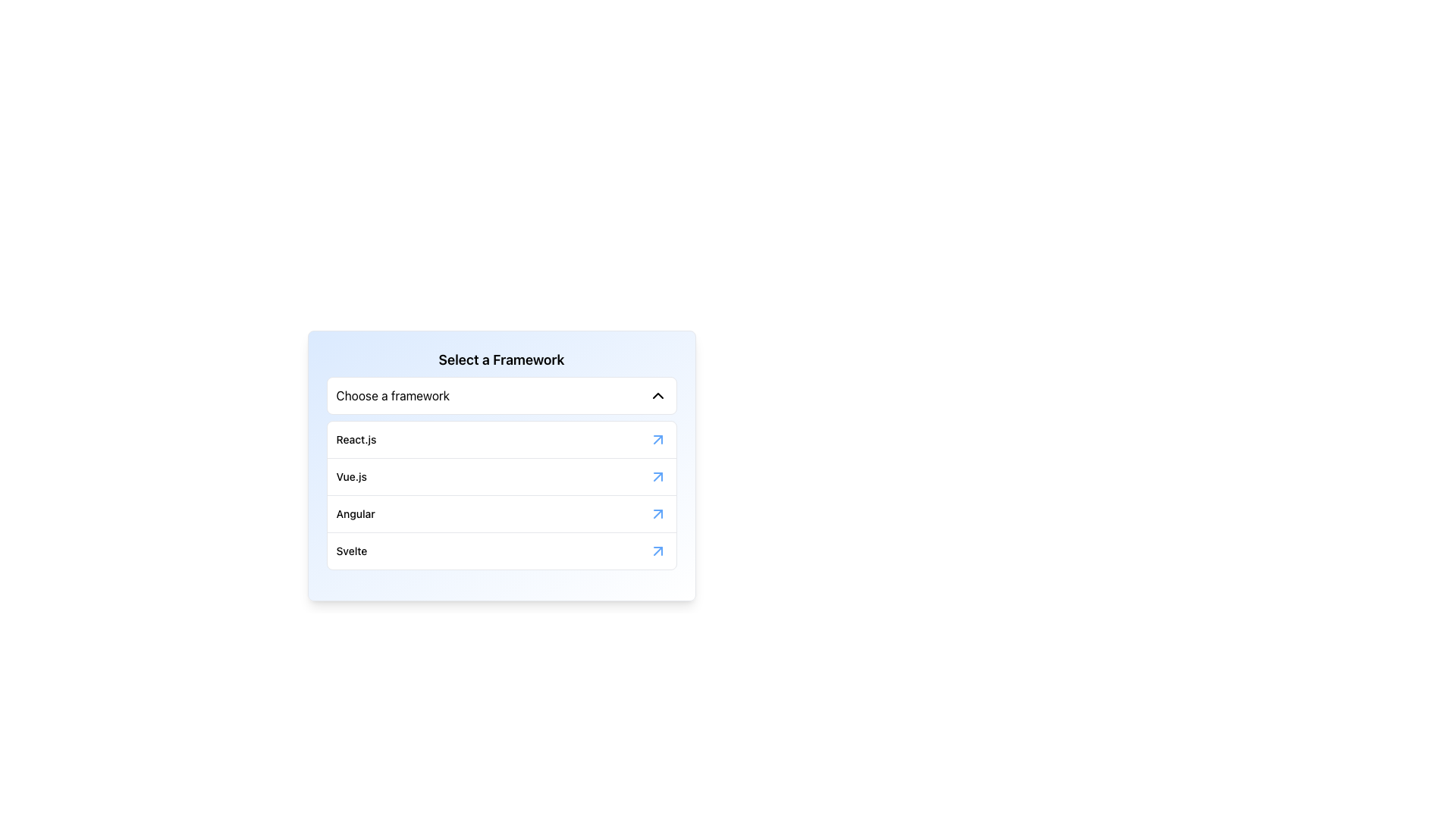 The height and width of the screenshot is (819, 1456). What do you see at coordinates (501, 513) in the screenshot?
I see `the third item in the 'Select a Framework' dropdown list, which is the option for 'Angular'` at bounding box center [501, 513].